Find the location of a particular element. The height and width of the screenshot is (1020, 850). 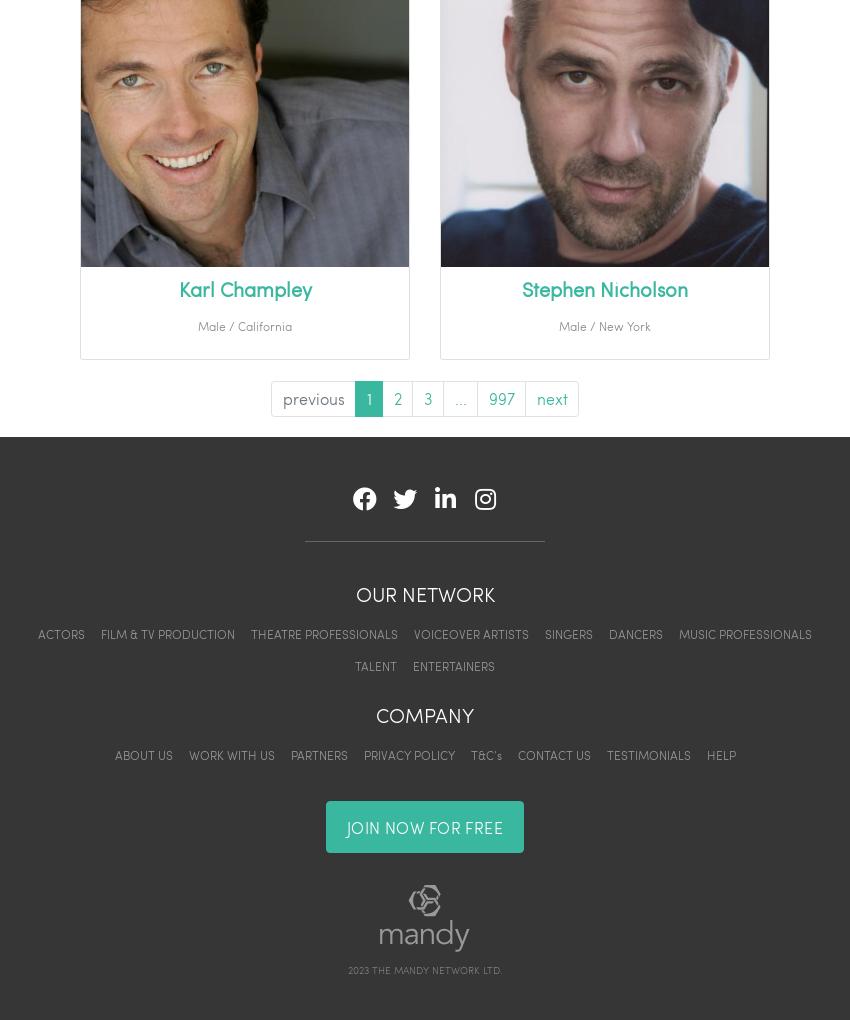

'1' is located at coordinates (367, 398).